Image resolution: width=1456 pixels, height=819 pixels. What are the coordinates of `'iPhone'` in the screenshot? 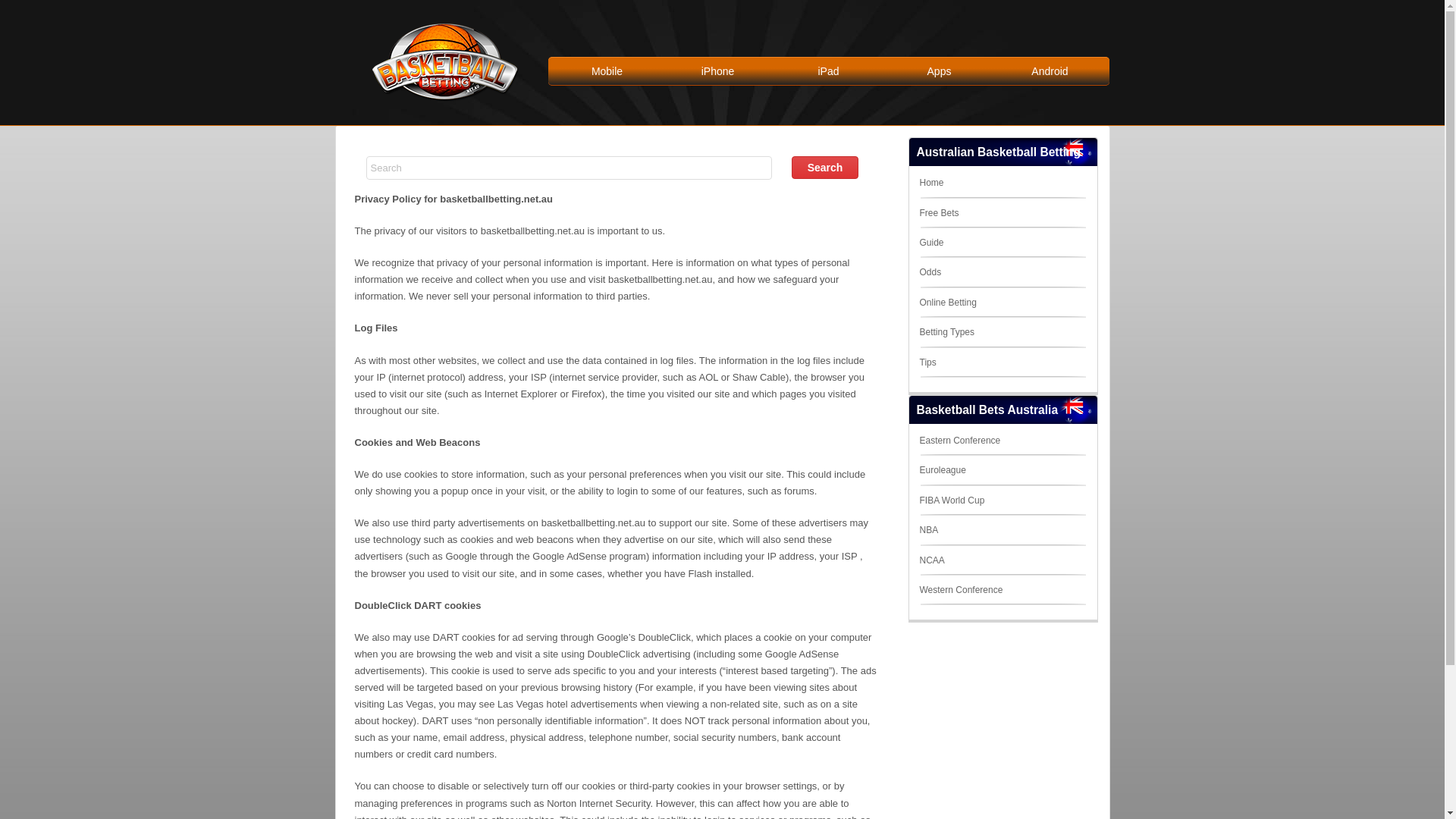 It's located at (717, 71).